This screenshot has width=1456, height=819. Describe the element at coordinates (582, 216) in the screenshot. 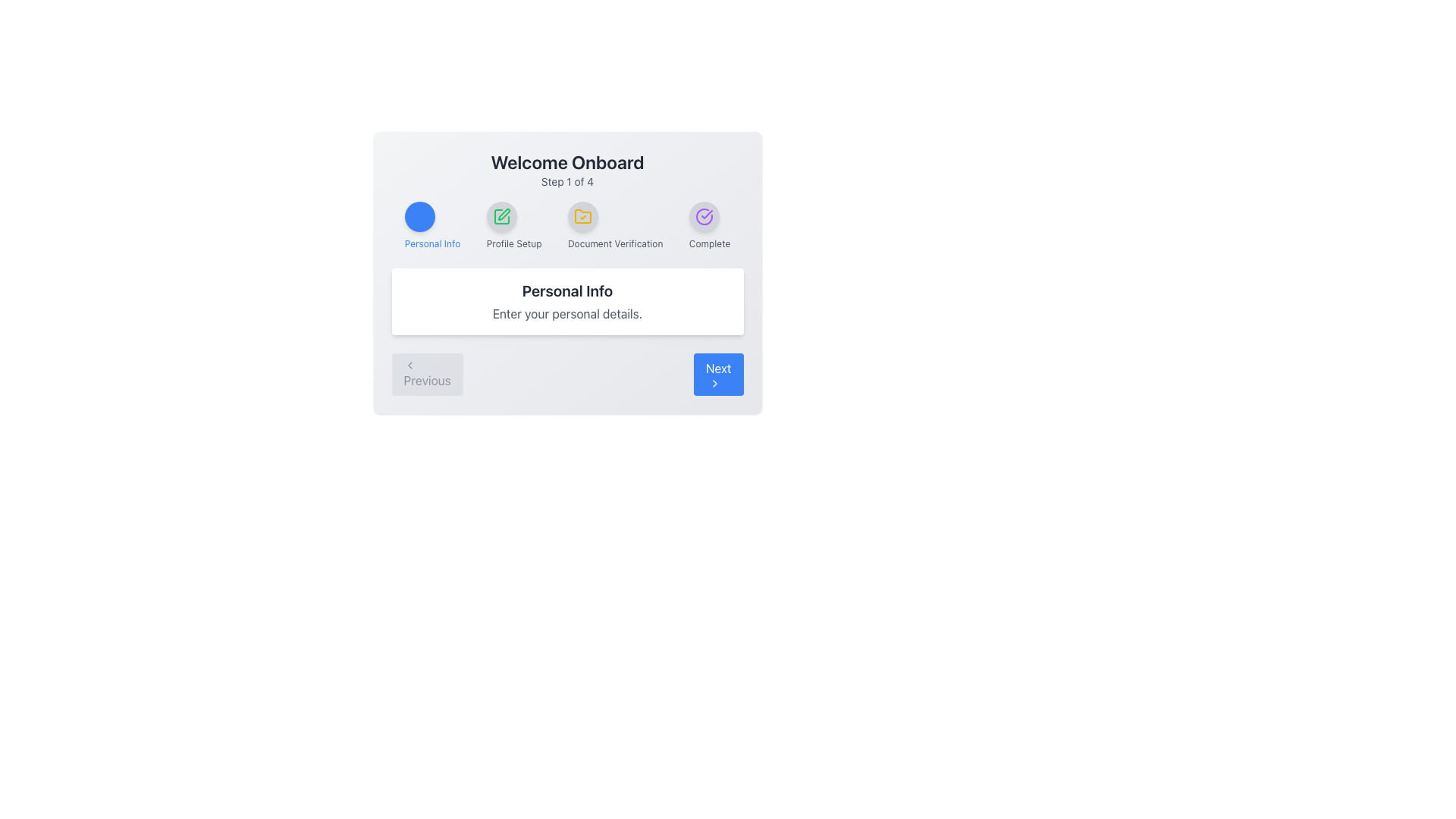

I see `the Circular Icon Button indicating 'Document Verification' in the onboarding process, which is the third icon in a horizontal sequence under 'Step 1 of 4'` at that location.